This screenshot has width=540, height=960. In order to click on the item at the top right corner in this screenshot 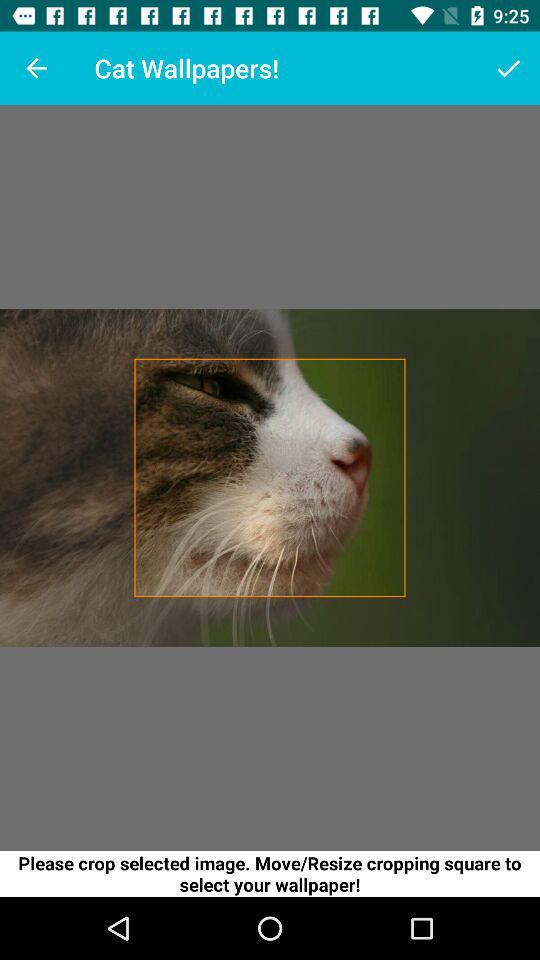, I will do `click(508, 68)`.